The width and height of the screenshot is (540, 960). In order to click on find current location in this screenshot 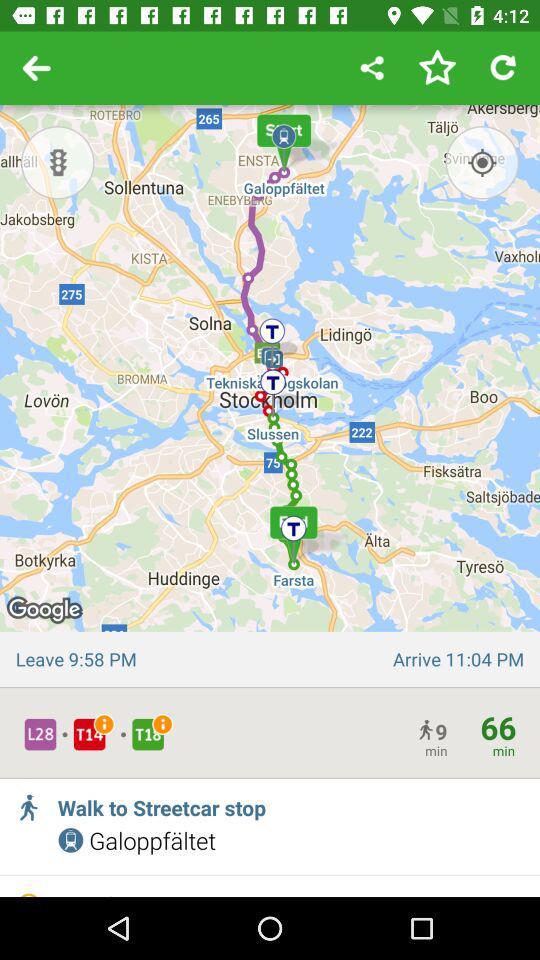, I will do `click(481, 161)`.